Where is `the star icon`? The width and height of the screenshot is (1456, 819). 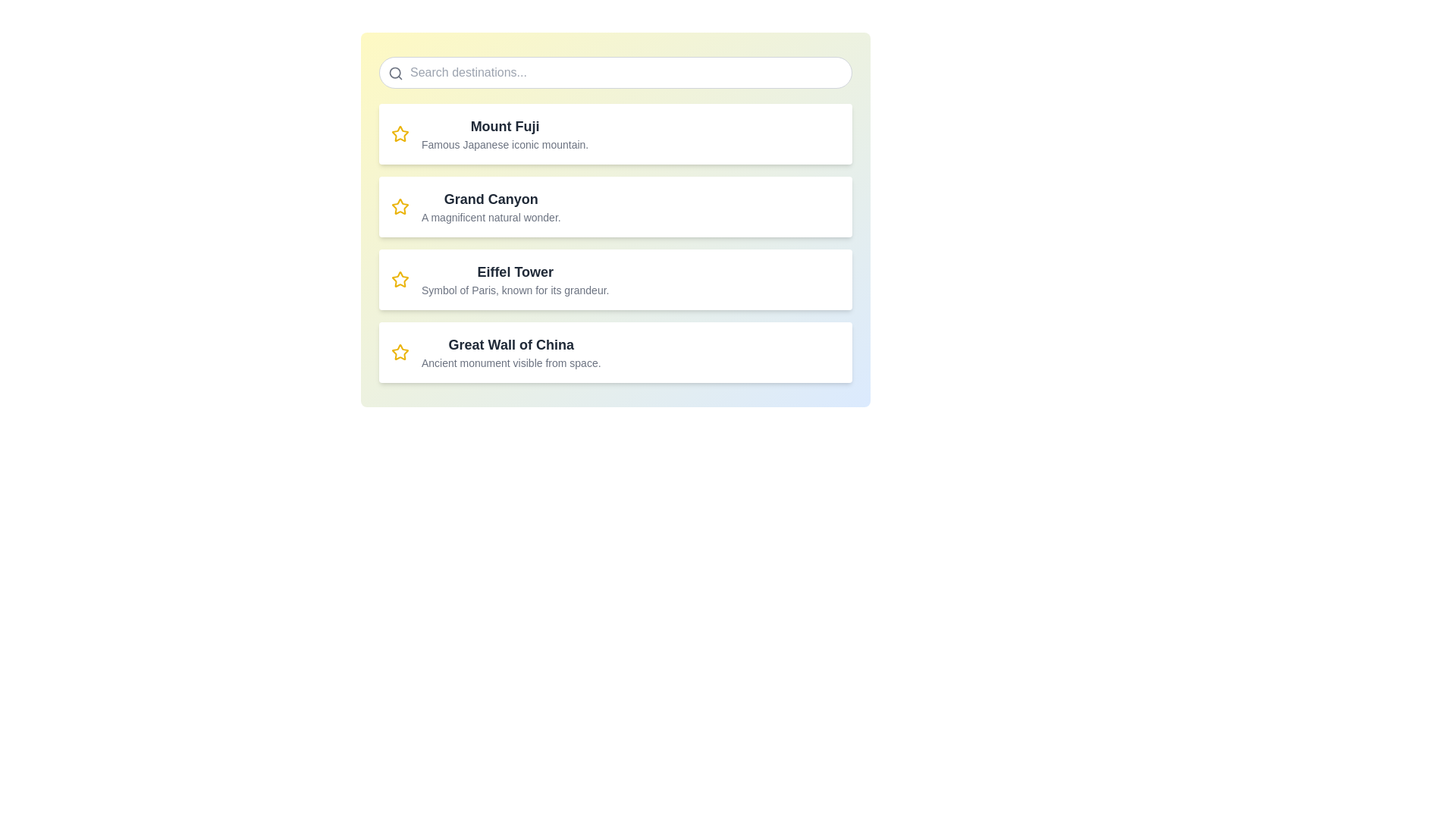
the star icon is located at coordinates (400, 280).